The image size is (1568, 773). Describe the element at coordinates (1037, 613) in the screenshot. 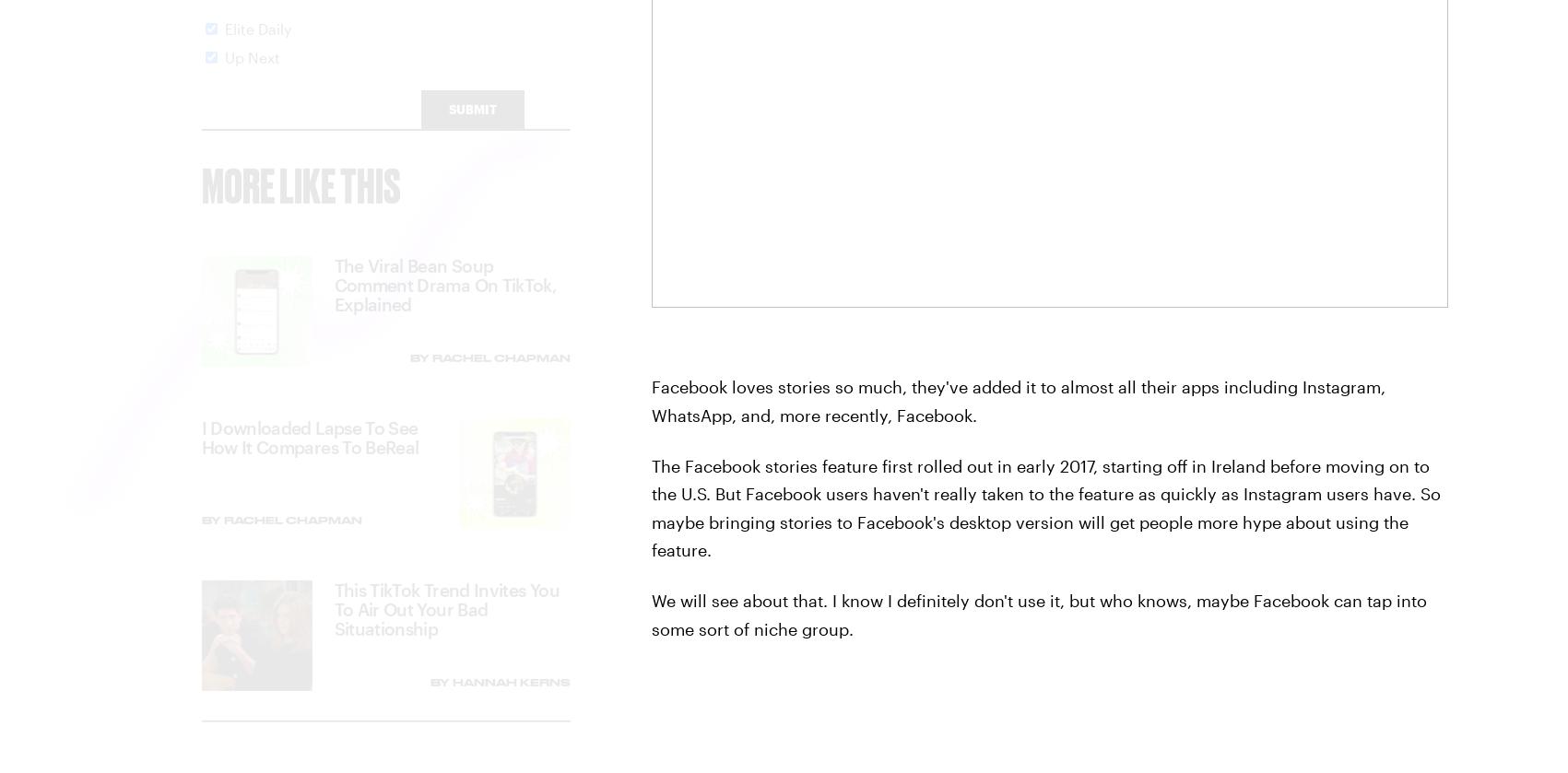

I see `'We will see about that. I know I definitely don't use it, but who knows, maybe Facebook can tap into some sort of niche group.'` at that location.